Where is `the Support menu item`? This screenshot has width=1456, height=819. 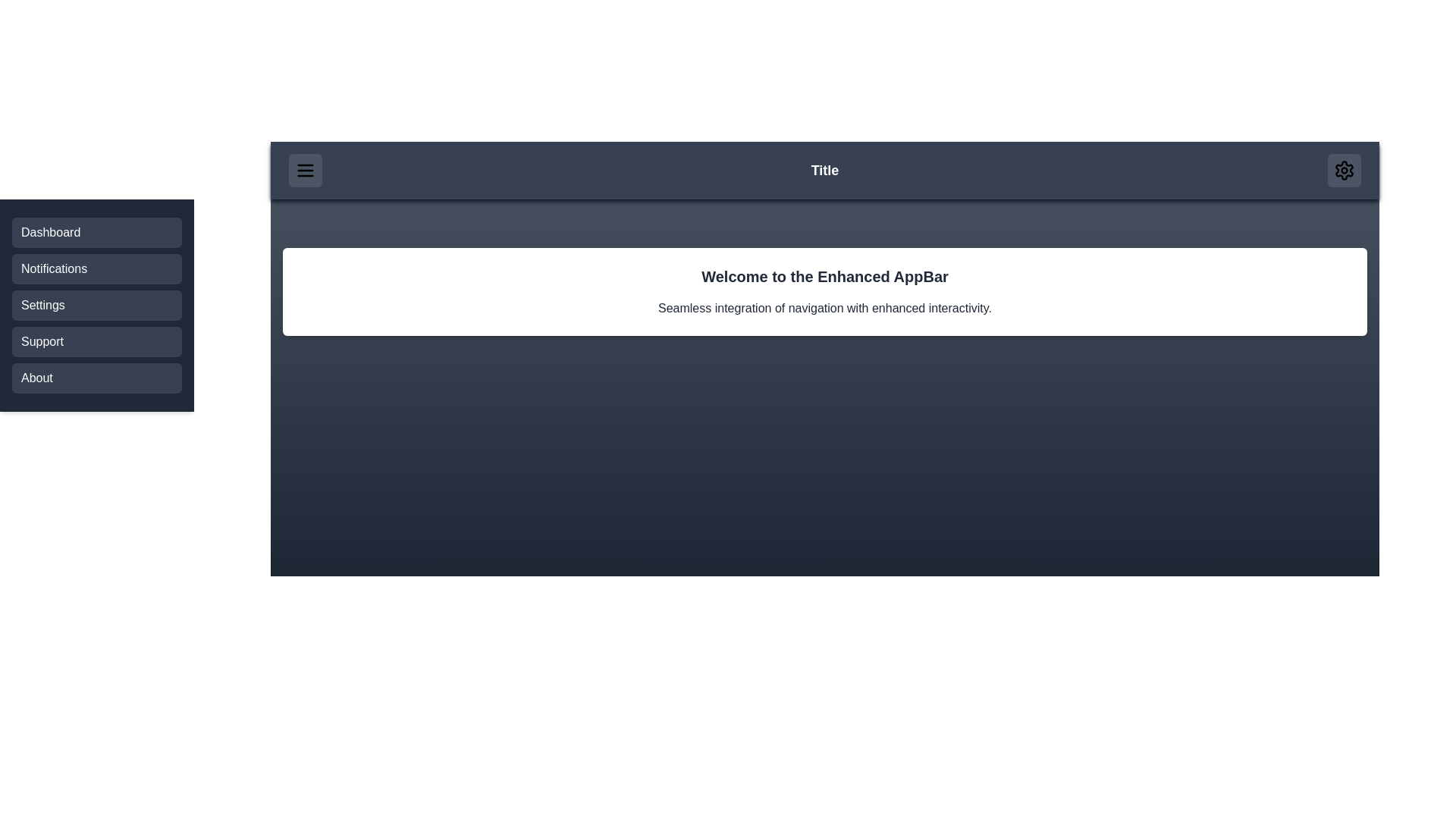
the Support menu item is located at coordinates (96, 342).